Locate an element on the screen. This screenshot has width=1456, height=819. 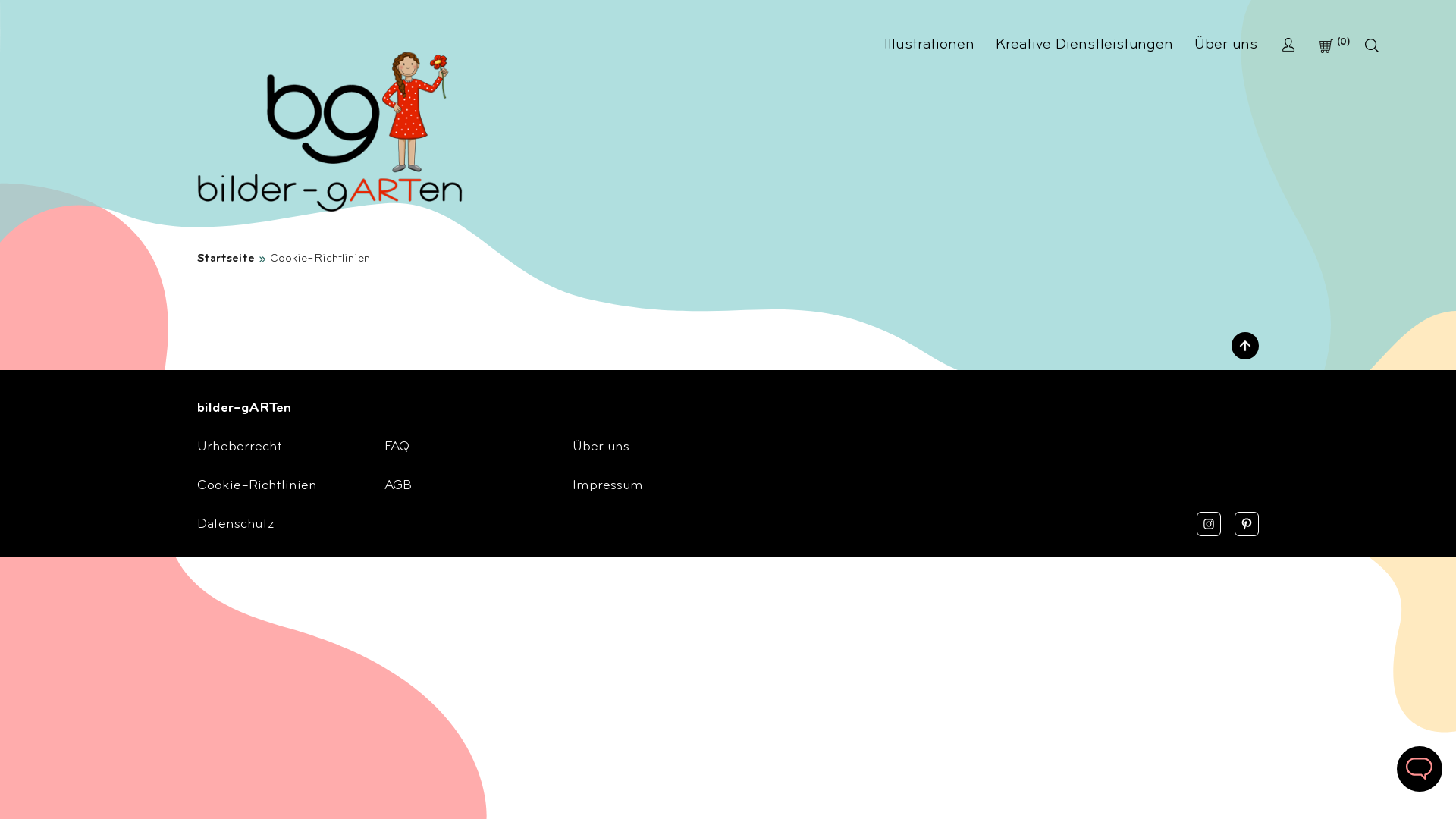
'Urheberrecht' is located at coordinates (196, 447).